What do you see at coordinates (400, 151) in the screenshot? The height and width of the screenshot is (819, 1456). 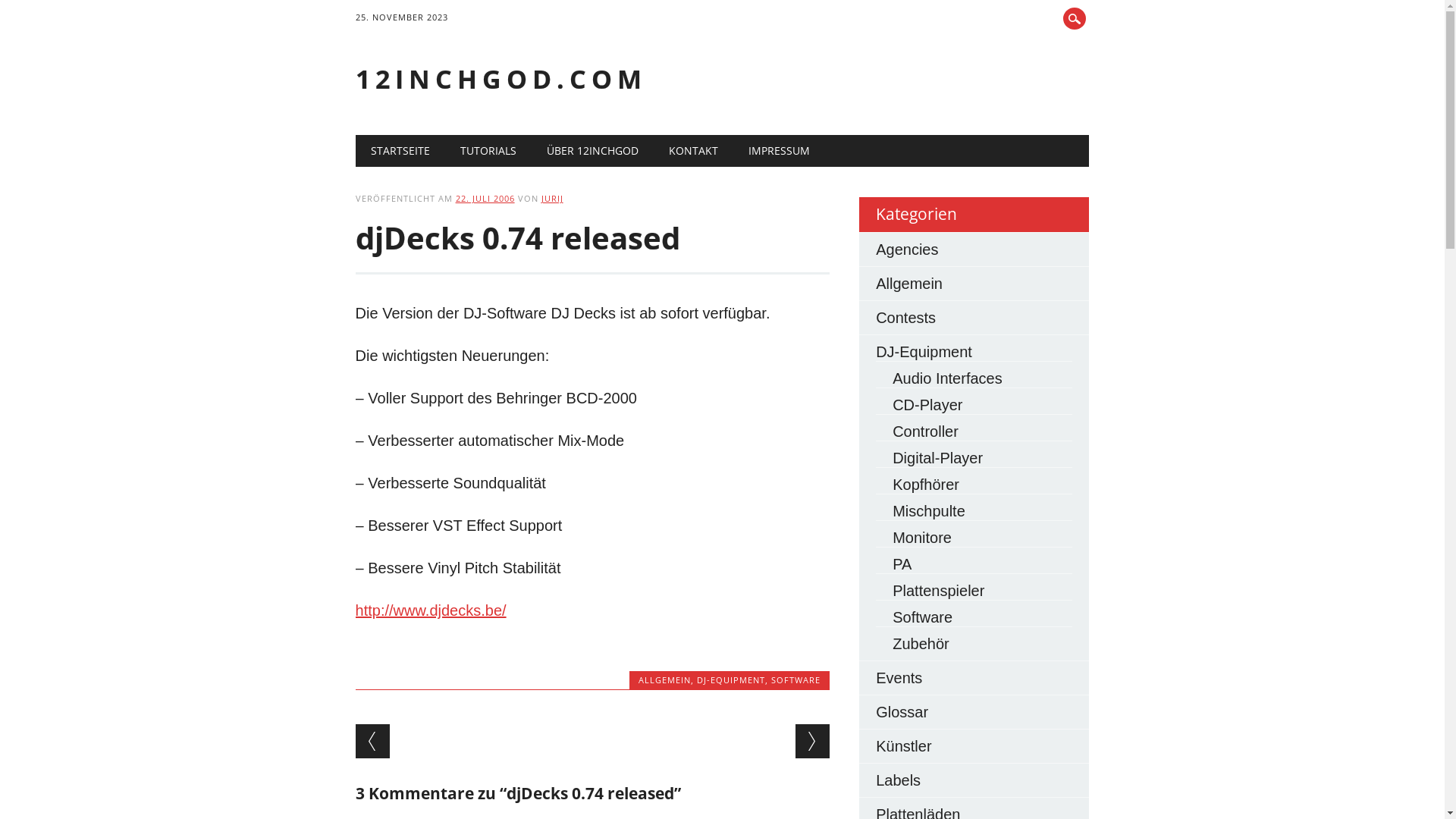 I see `'STARTSEITE'` at bounding box center [400, 151].